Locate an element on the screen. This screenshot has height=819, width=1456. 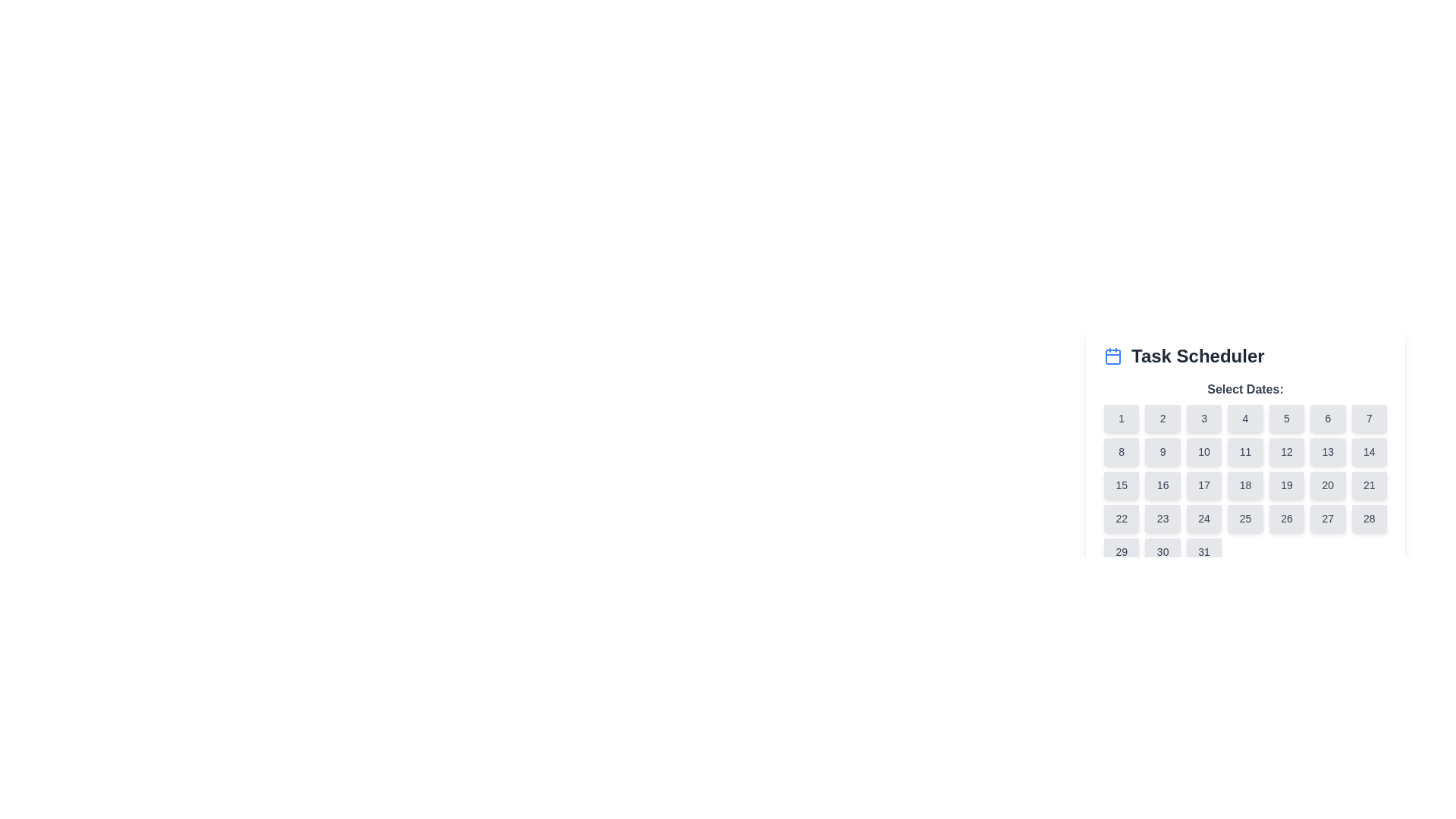
the first date button in the top-left corner of the date-selection grid is located at coordinates (1122, 418).